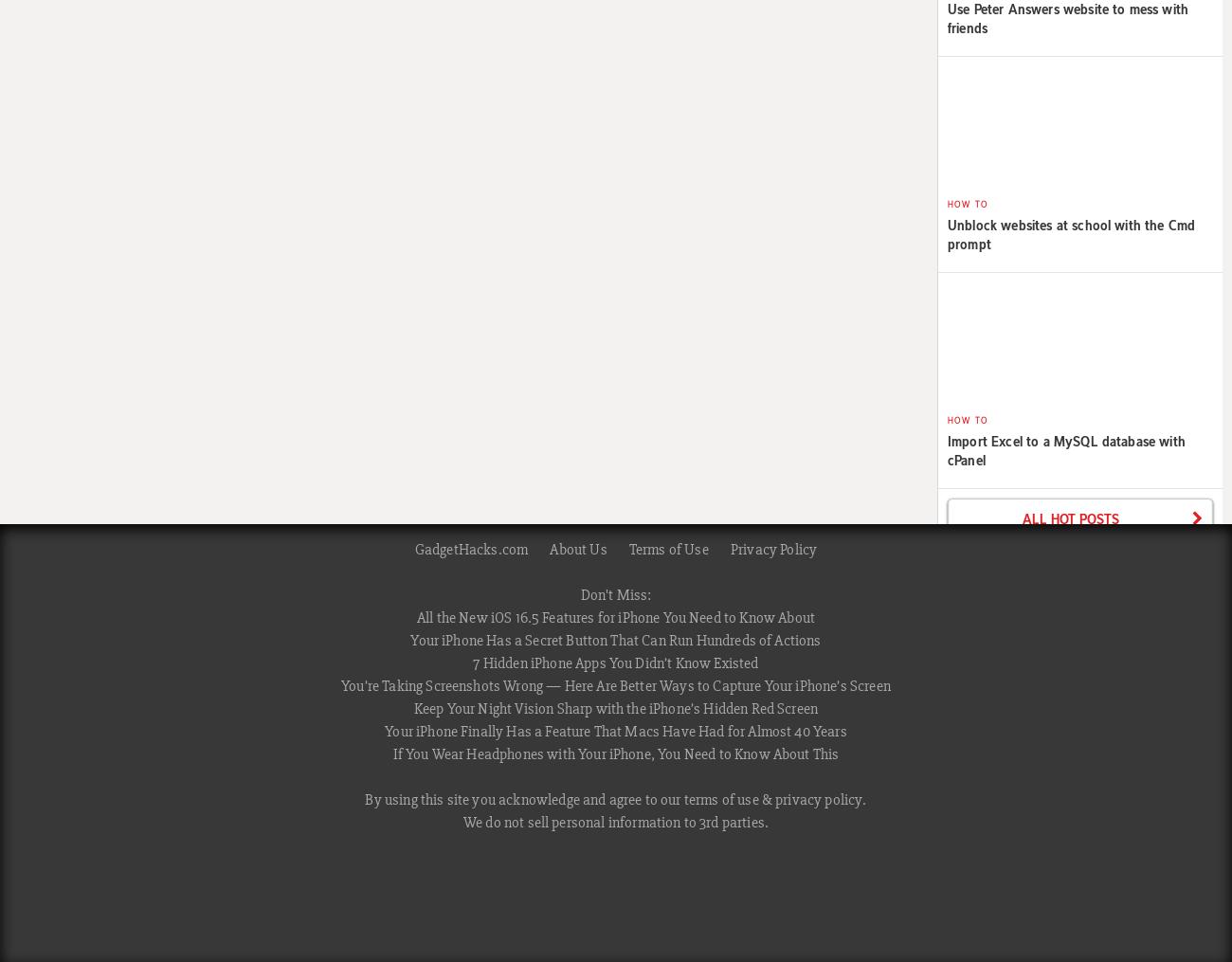 This screenshot has width=1232, height=962. What do you see at coordinates (470, 549) in the screenshot?
I see `'GadgetHacks.com'` at bounding box center [470, 549].